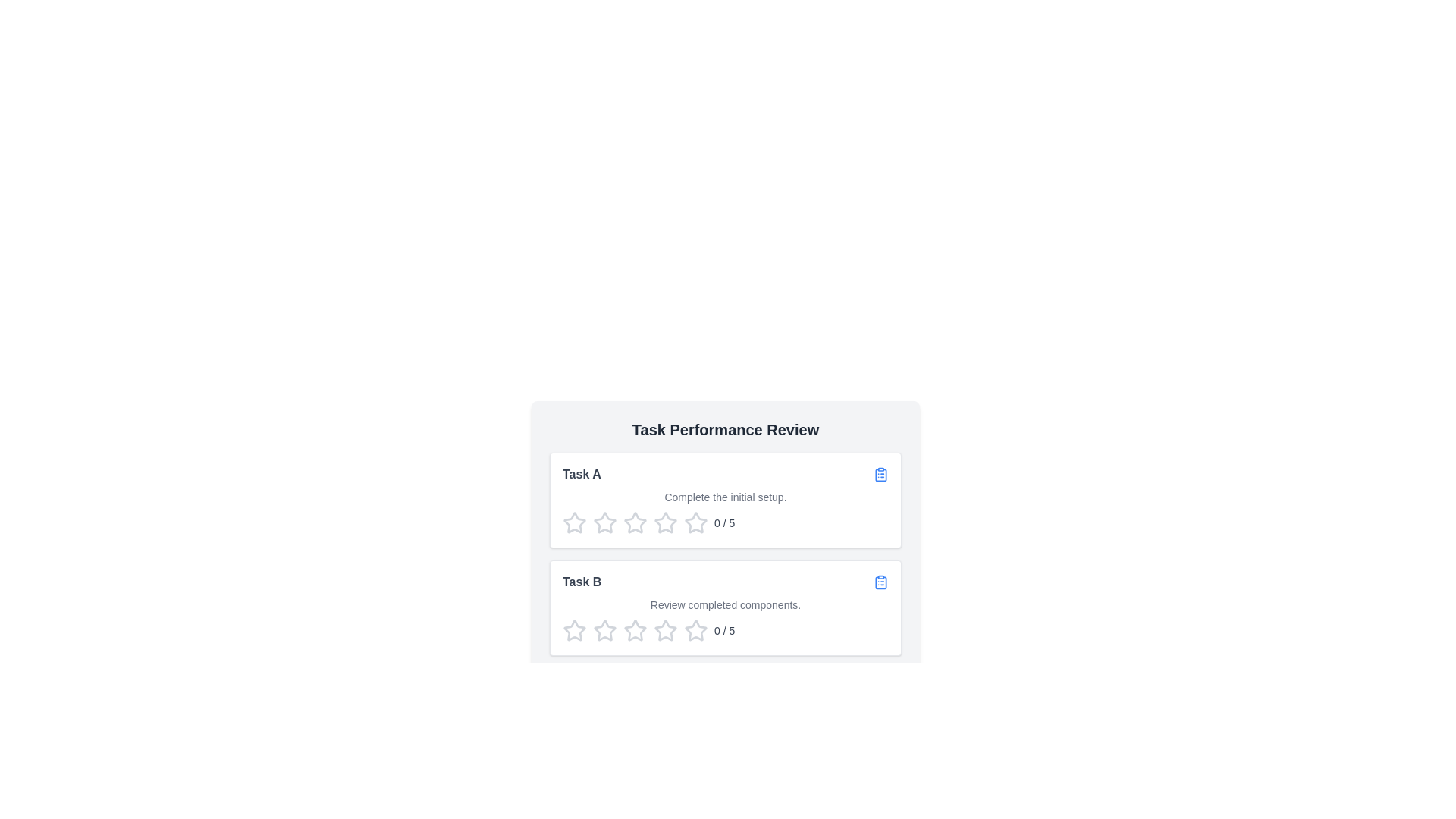  Describe the element at coordinates (695, 631) in the screenshot. I see `the fifth rating star in the 'Task B' section to allow the user to rate the performance` at that location.